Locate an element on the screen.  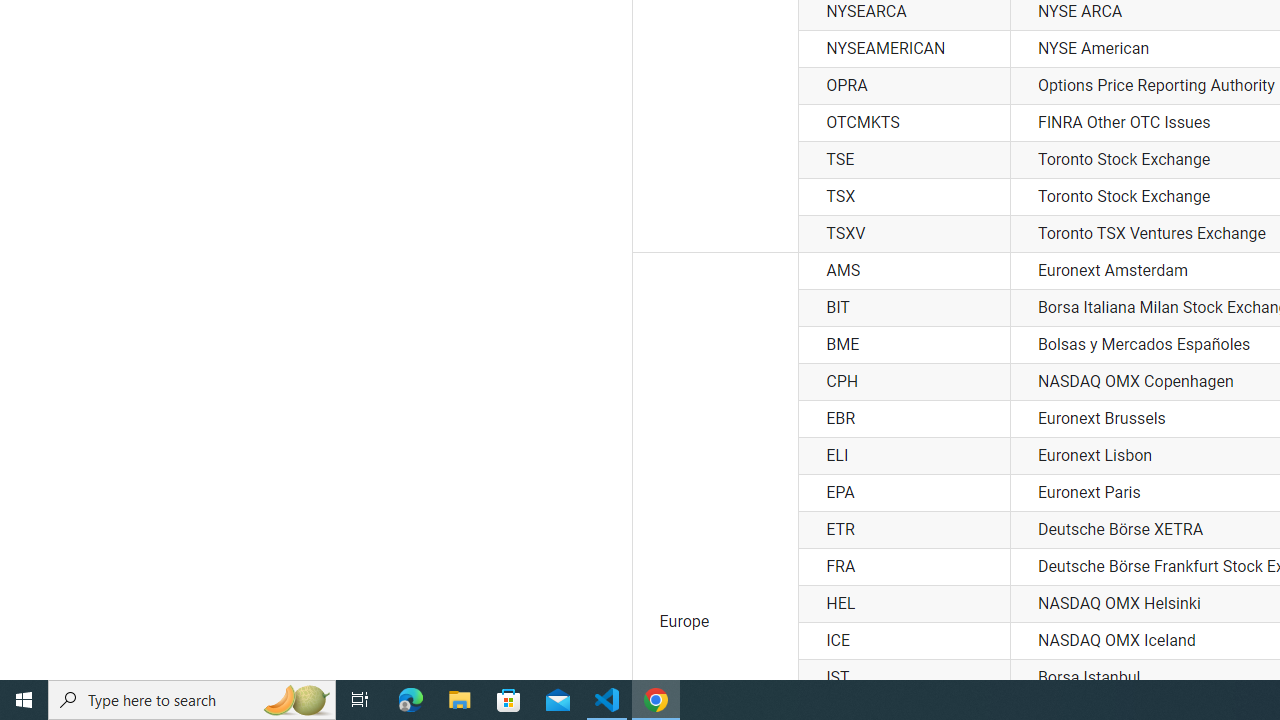
'EBR' is located at coordinates (903, 418).